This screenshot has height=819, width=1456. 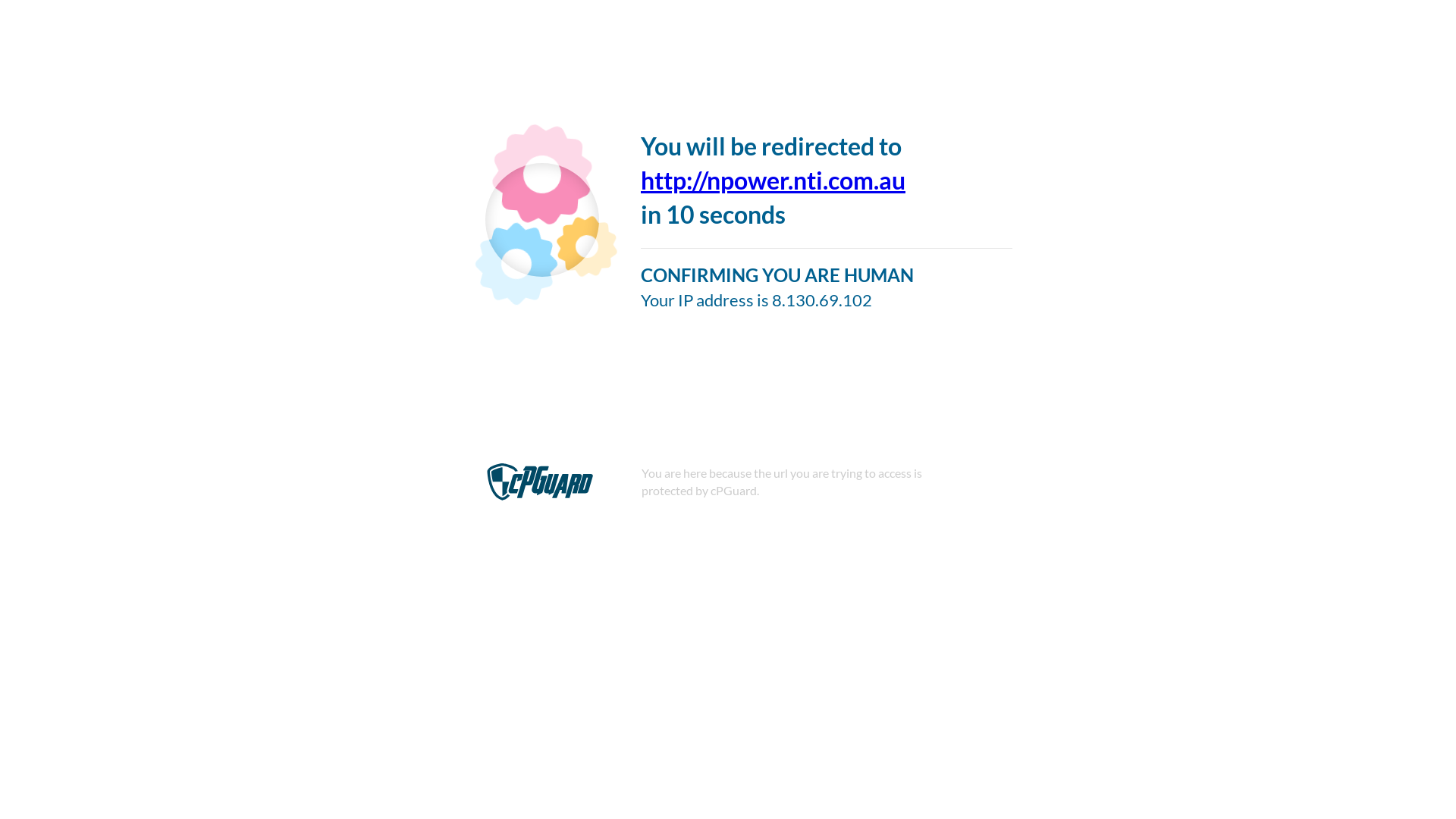 I want to click on 'http://npower.nti.com.au', so click(x=773, y=179).